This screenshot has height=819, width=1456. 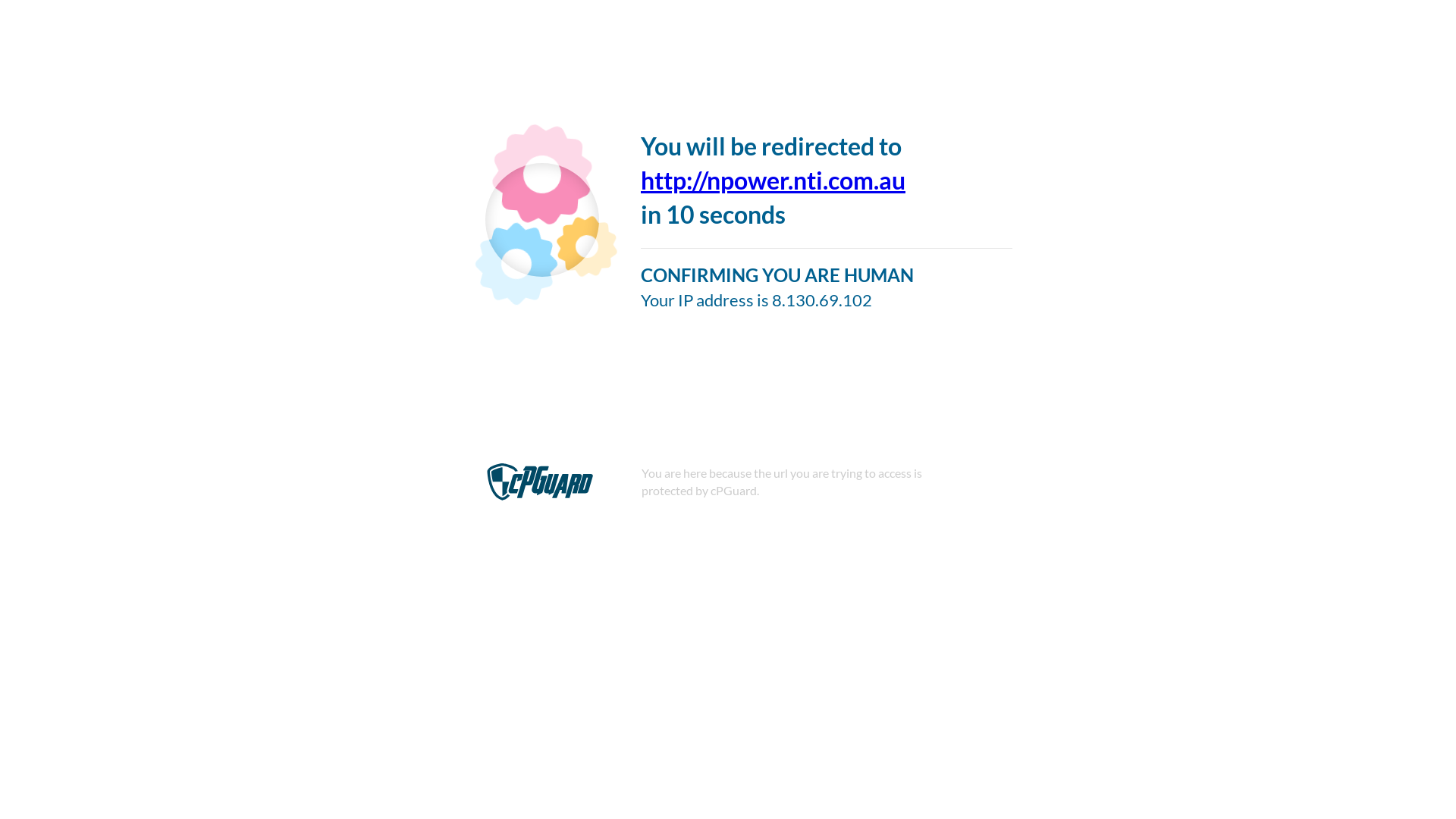 I want to click on 'http://npower.nti.com.au', so click(x=773, y=179).